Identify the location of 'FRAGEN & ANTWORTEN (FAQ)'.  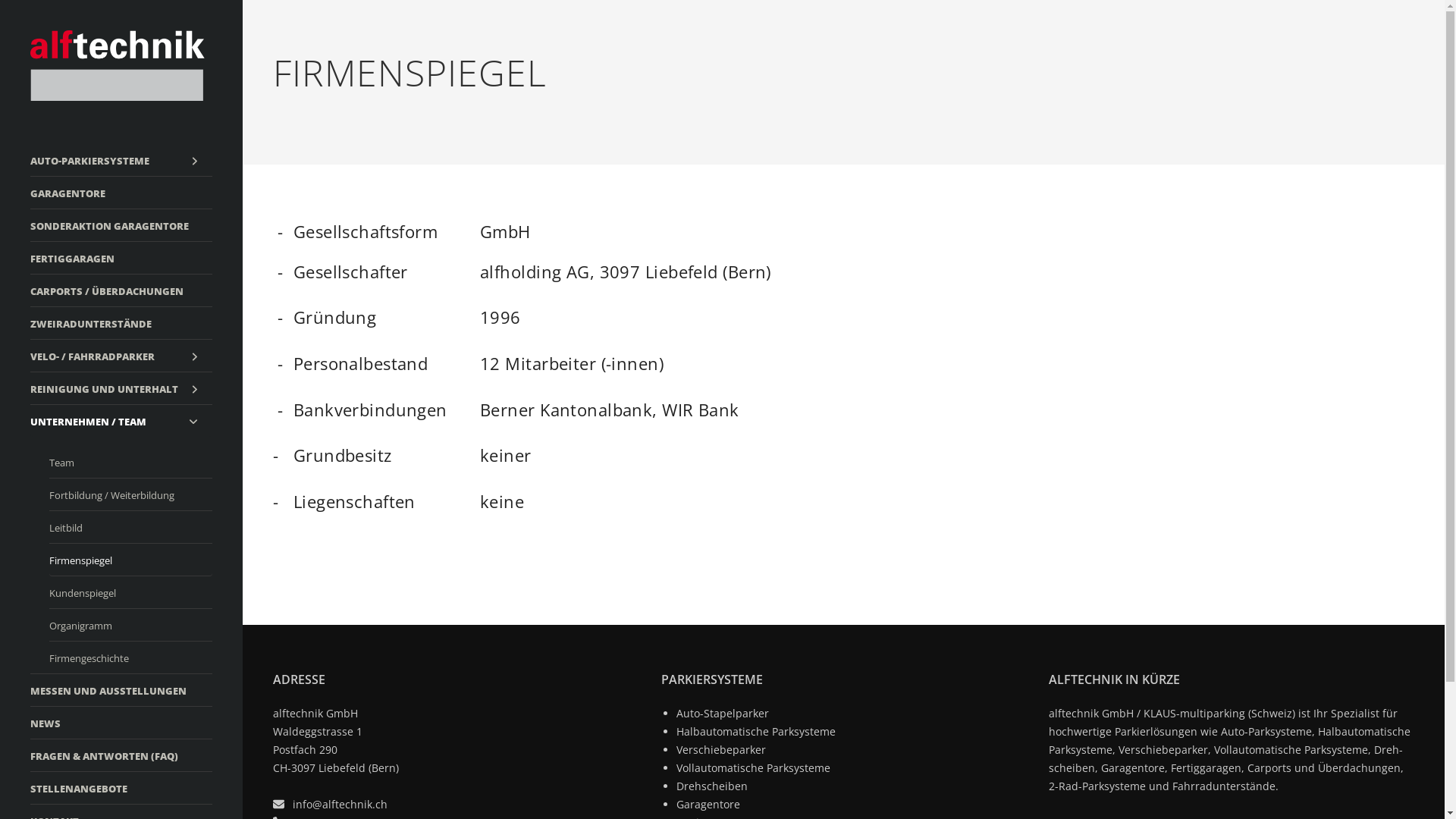
(120, 755).